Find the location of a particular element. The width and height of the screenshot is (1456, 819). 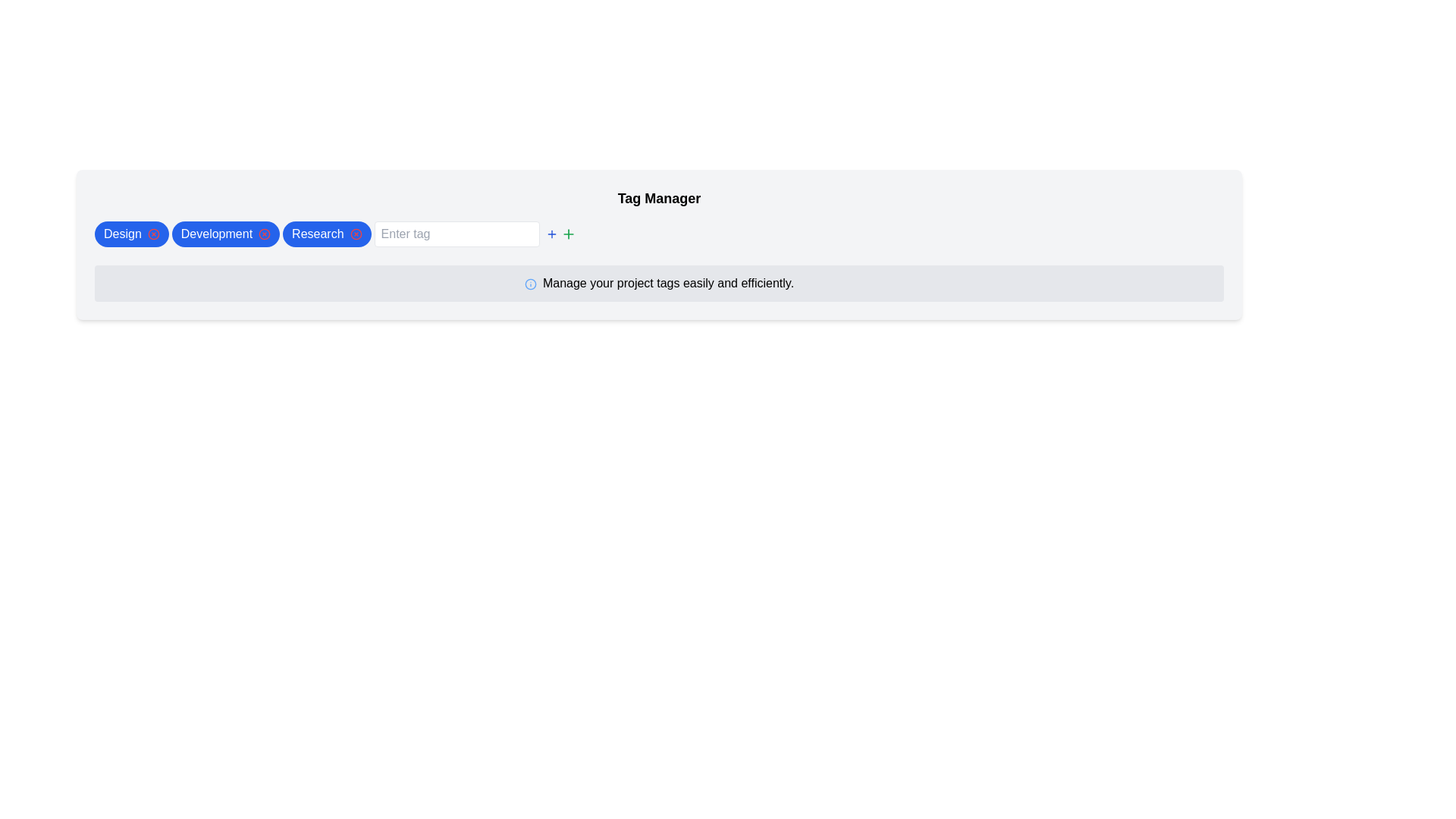

the delete icon located at the rightmost part of the 'Research' button is located at coordinates (355, 234).